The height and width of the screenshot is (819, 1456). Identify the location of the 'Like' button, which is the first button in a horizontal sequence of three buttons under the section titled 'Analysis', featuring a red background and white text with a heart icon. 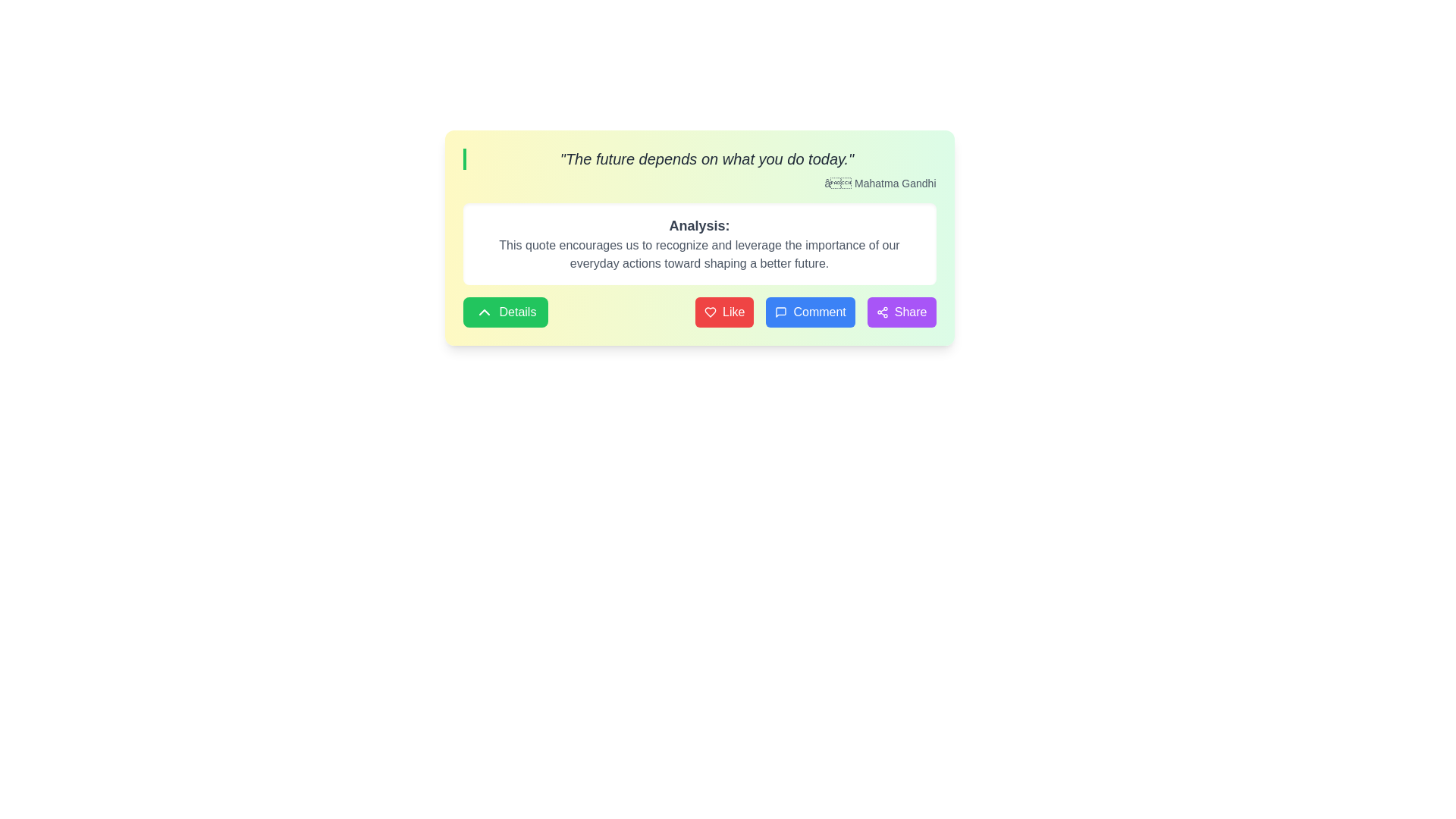
(723, 312).